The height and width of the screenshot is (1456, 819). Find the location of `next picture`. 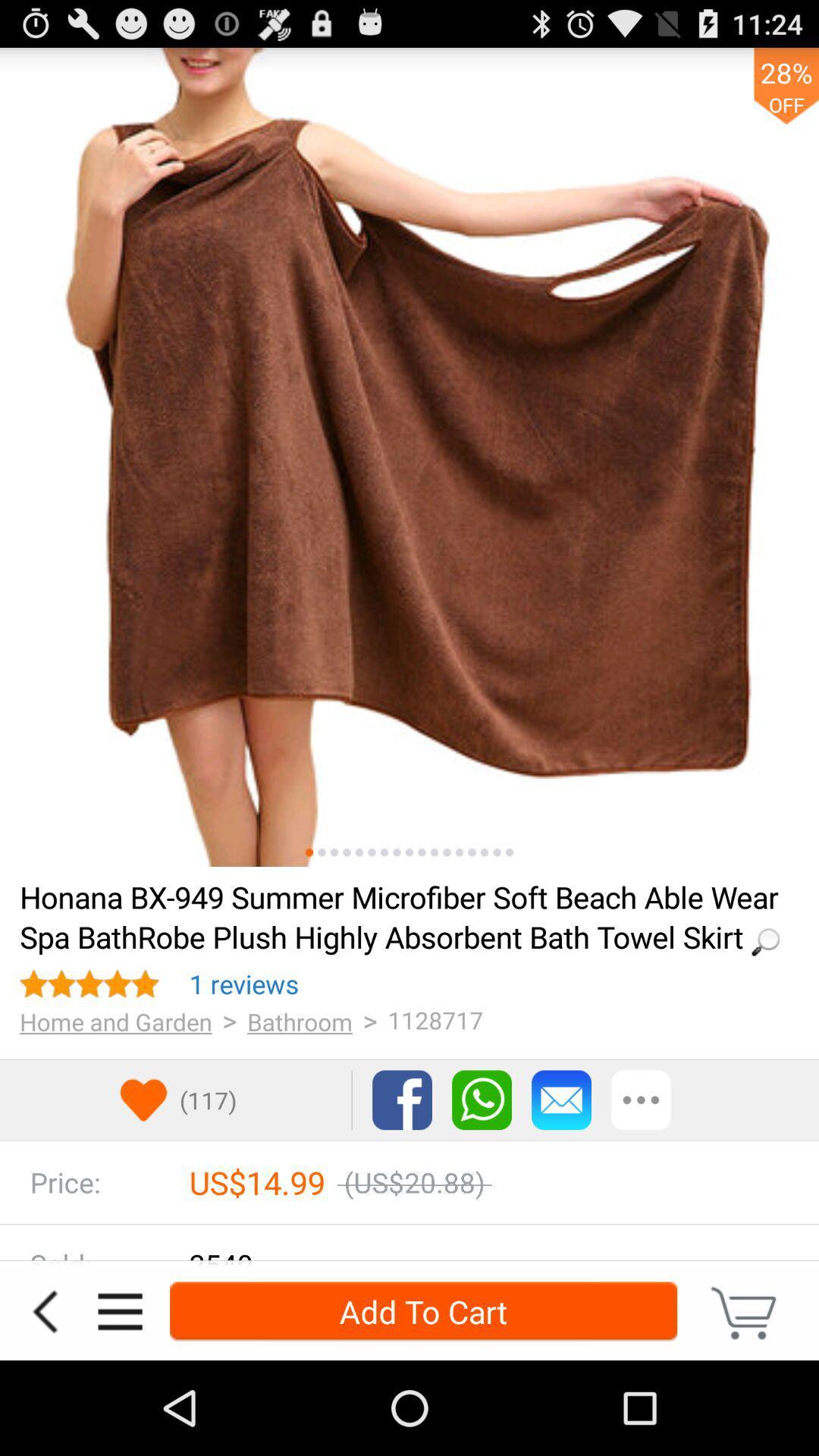

next picture is located at coordinates (383, 852).